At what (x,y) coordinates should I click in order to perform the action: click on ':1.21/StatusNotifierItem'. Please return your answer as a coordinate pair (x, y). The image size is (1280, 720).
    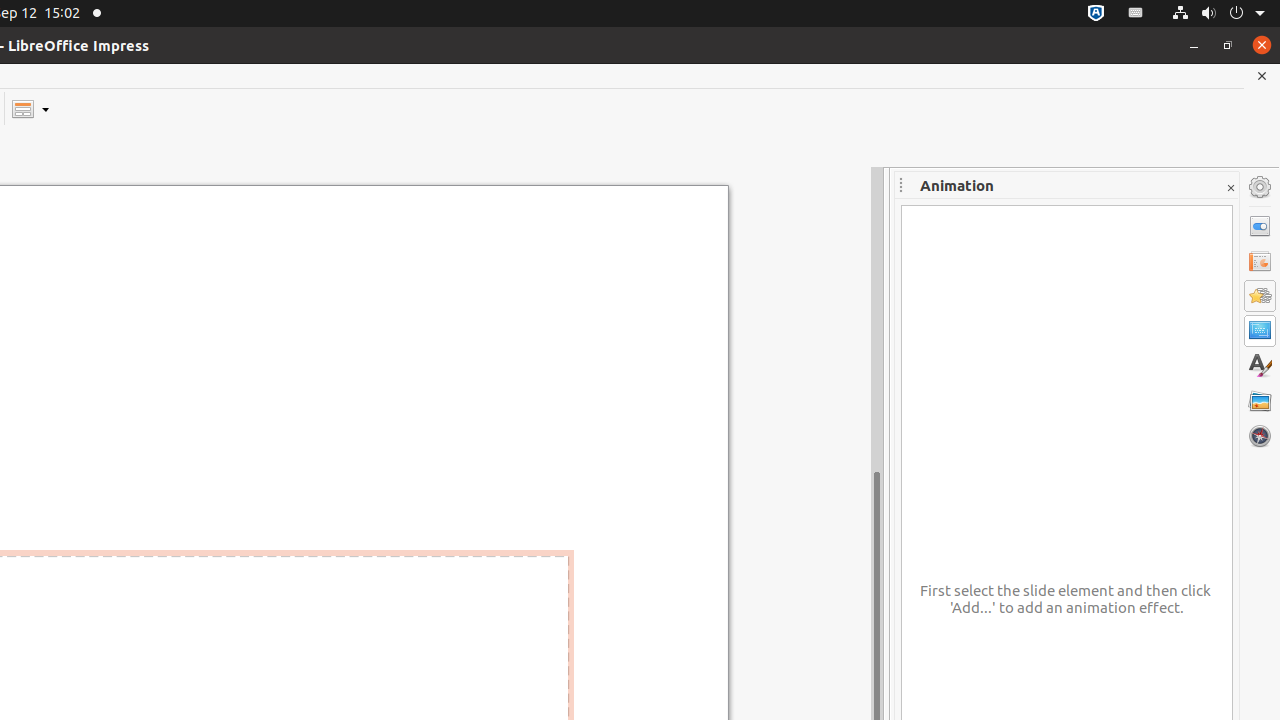
    Looking at the image, I should click on (1136, 13).